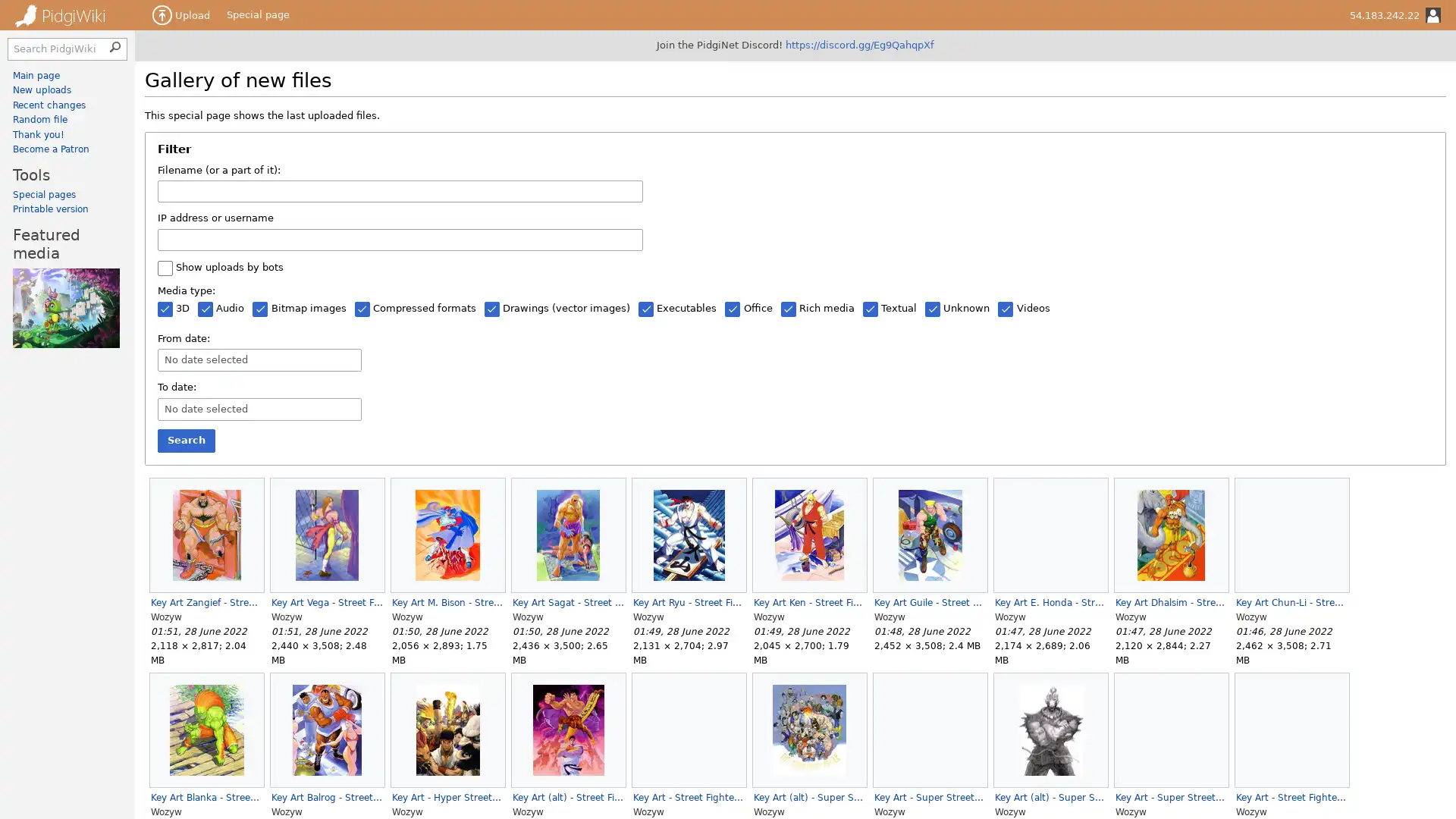 The width and height of the screenshot is (1456, 819). I want to click on Search, so click(116, 45).